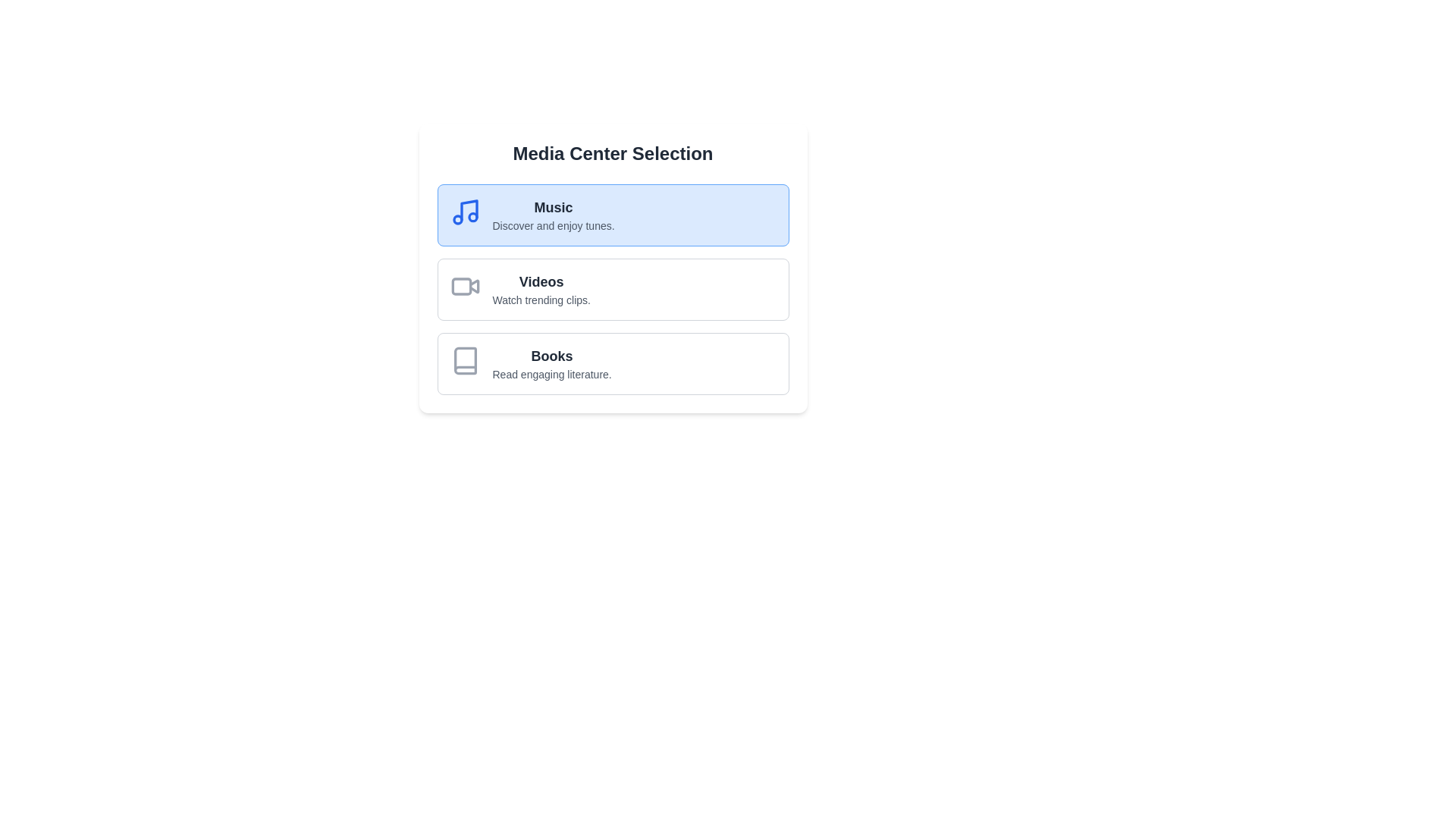  I want to click on the text label that says 'Watch trending clips.' which is located directly below the 'Videos' heading in the second section of the component list, so click(541, 300).